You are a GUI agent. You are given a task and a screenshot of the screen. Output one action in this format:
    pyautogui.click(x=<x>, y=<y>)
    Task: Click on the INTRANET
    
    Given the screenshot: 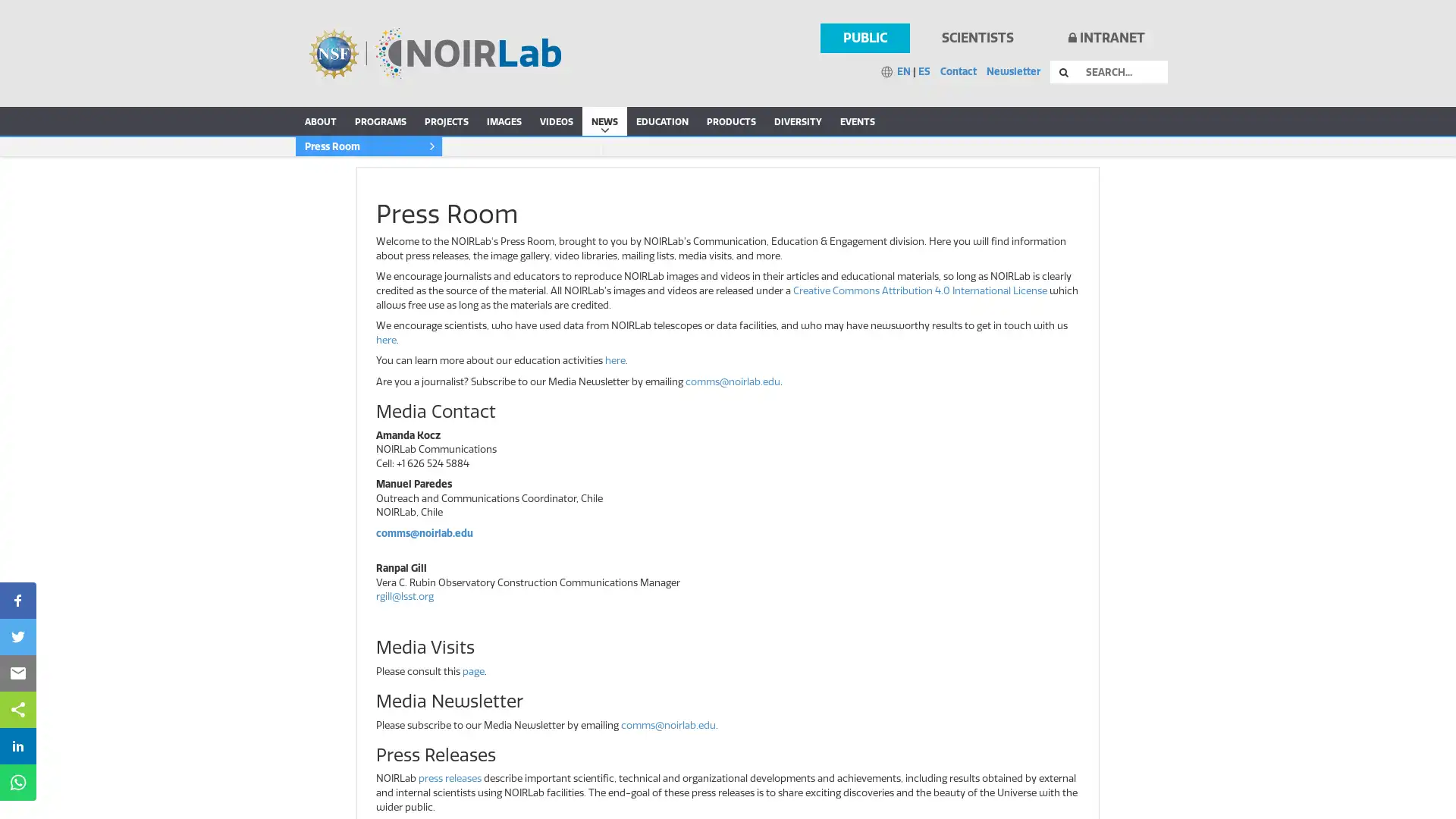 What is the action you would take?
    pyautogui.click(x=1106, y=37)
    